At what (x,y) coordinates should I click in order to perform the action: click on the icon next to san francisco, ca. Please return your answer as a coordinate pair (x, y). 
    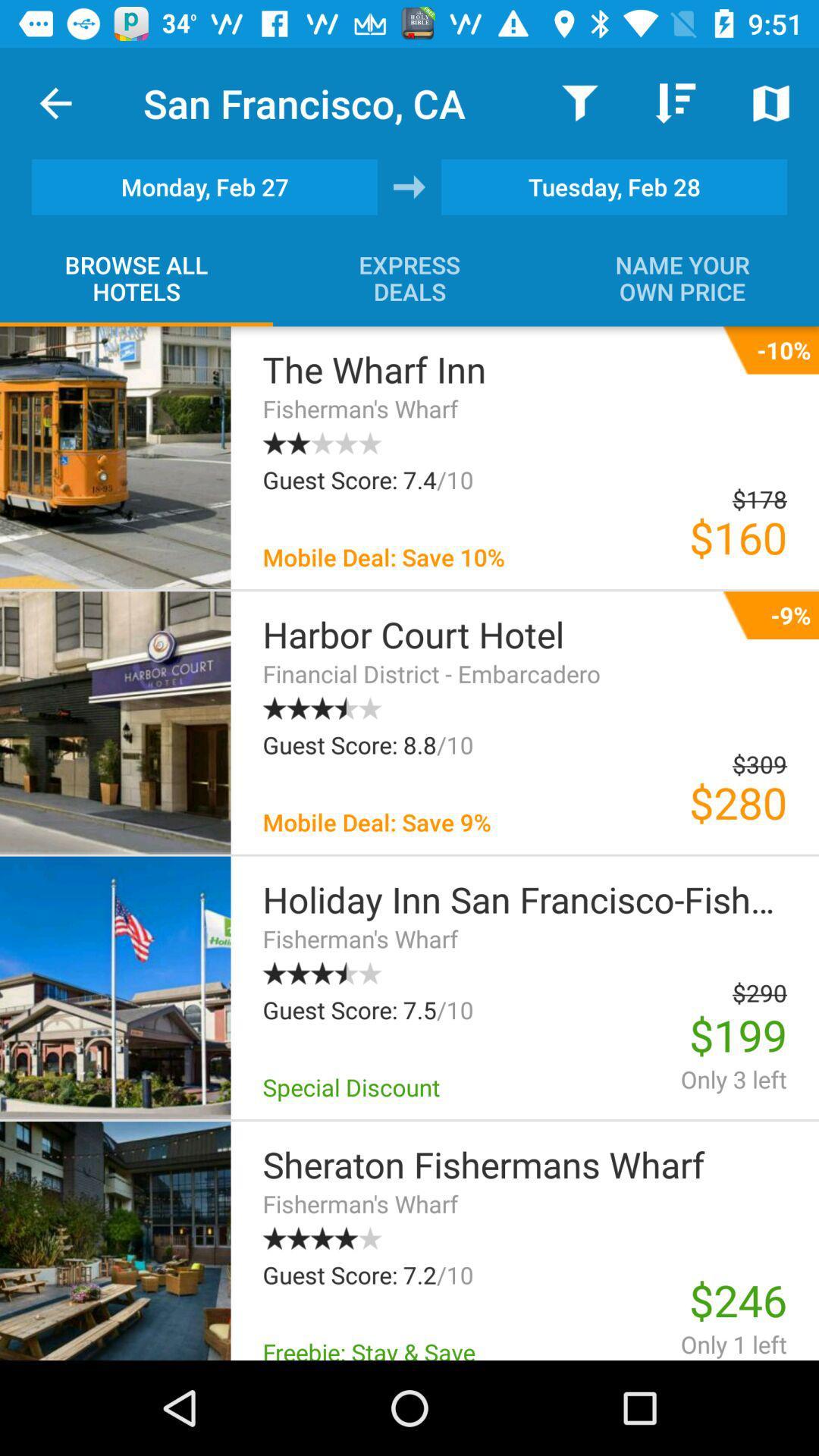
    Looking at the image, I should click on (579, 102).